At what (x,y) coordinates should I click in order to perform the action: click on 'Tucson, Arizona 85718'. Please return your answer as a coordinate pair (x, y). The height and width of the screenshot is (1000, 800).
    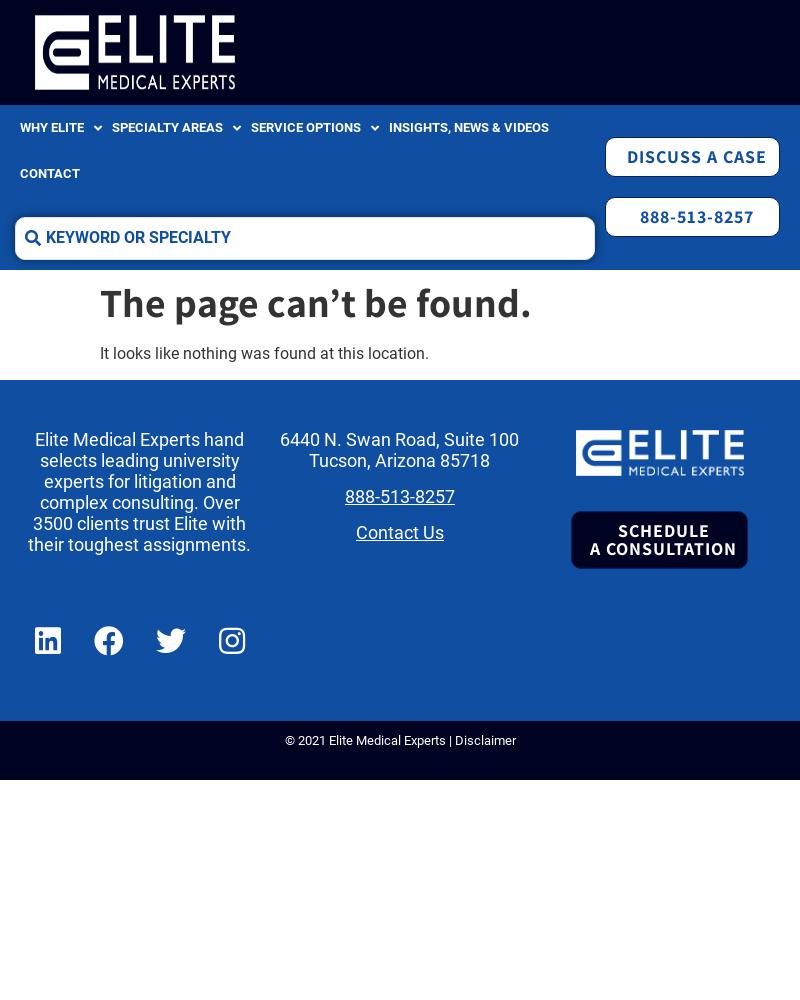
    Looking at the image, I should click on (398, 460).